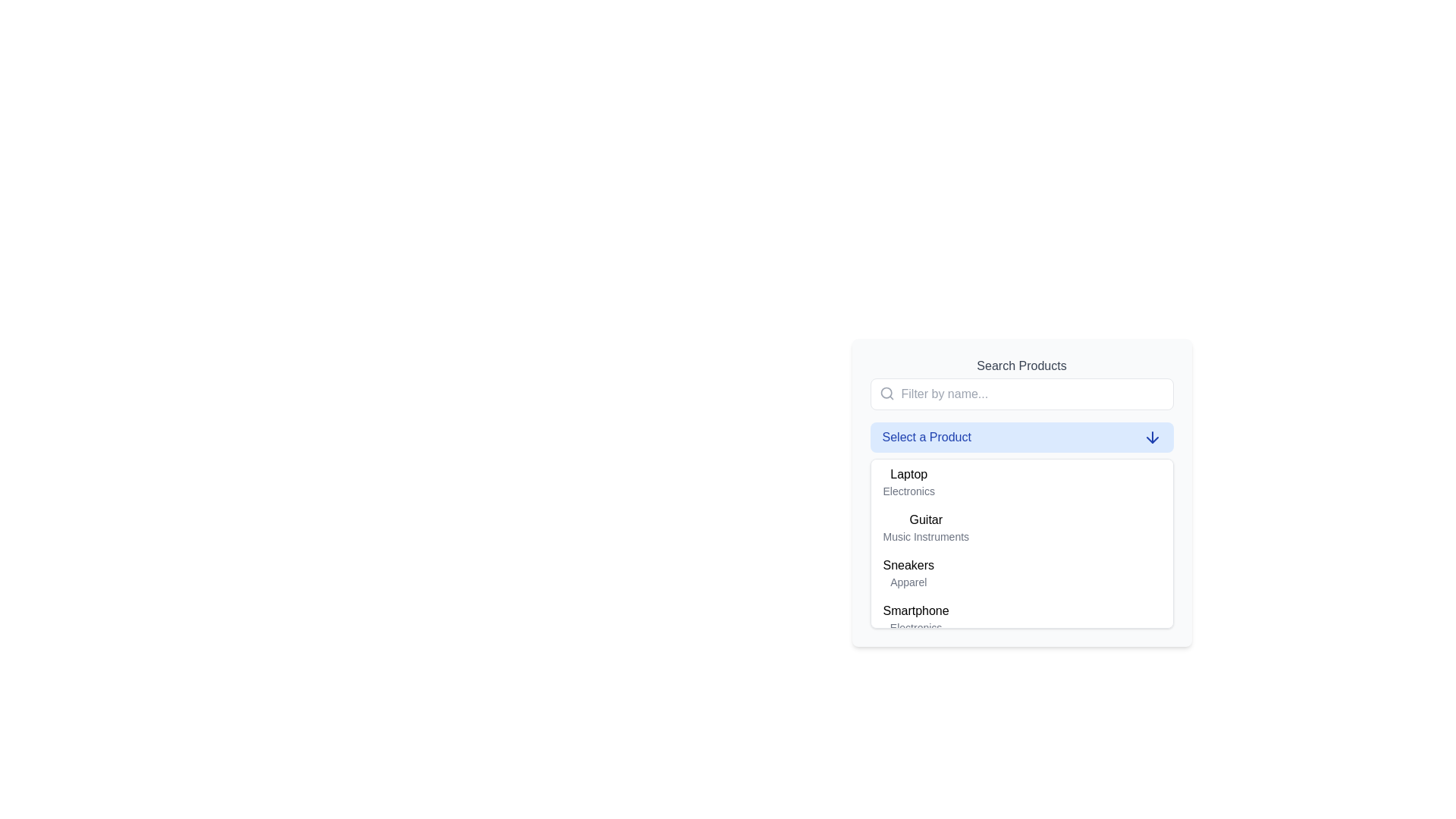 This screenshot has width=1456, height=819. What do you see at coordinates (908, 491) in the screenshot?
I see `the 'Electronics' text label situated within the dropdown menu under 'Select a Product', which is positioned below the 'Laptop' item` at bounding box center [908, 491].